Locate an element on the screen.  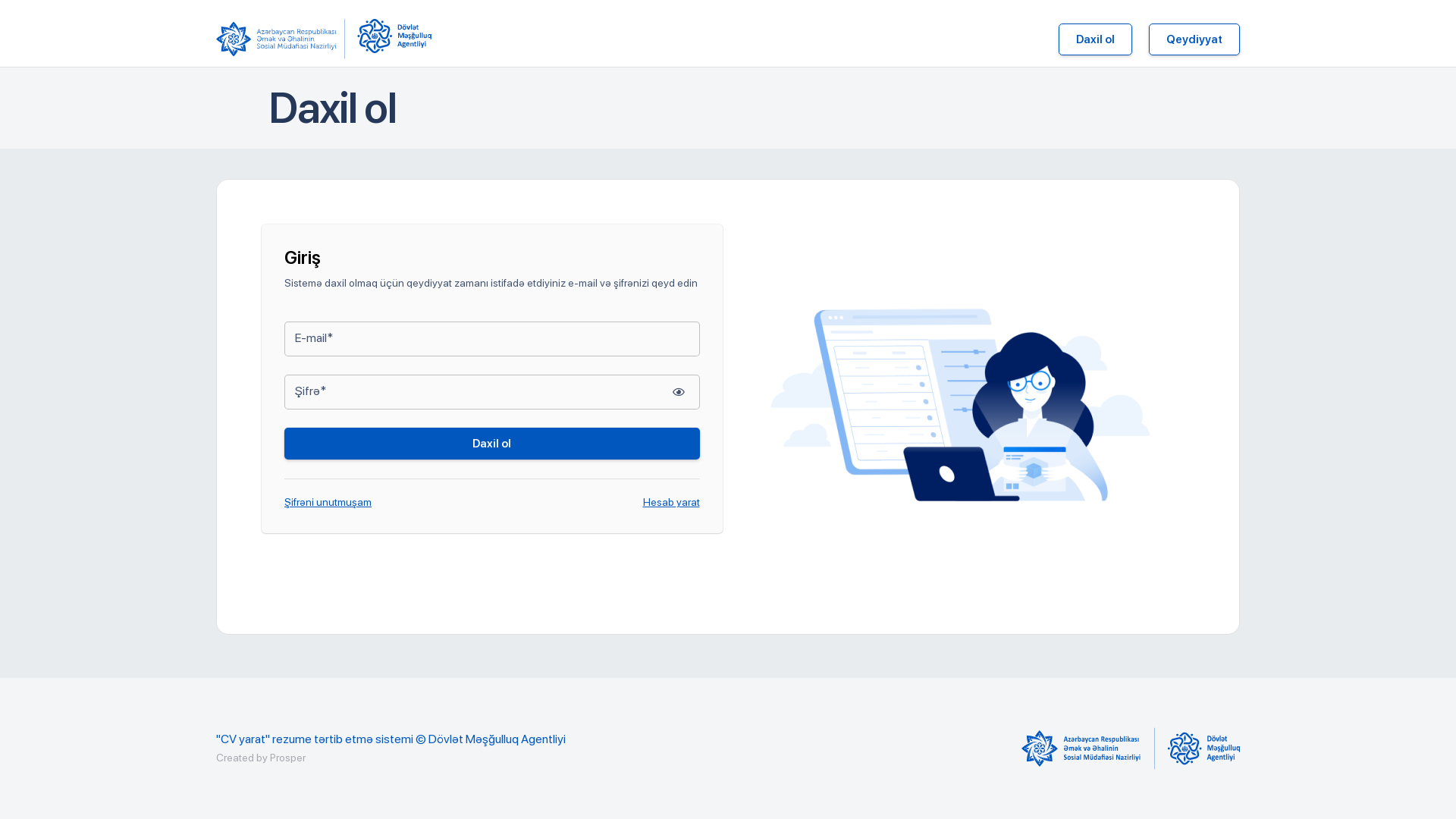
'Created by Prosper' is located at coordinates (261, 758).